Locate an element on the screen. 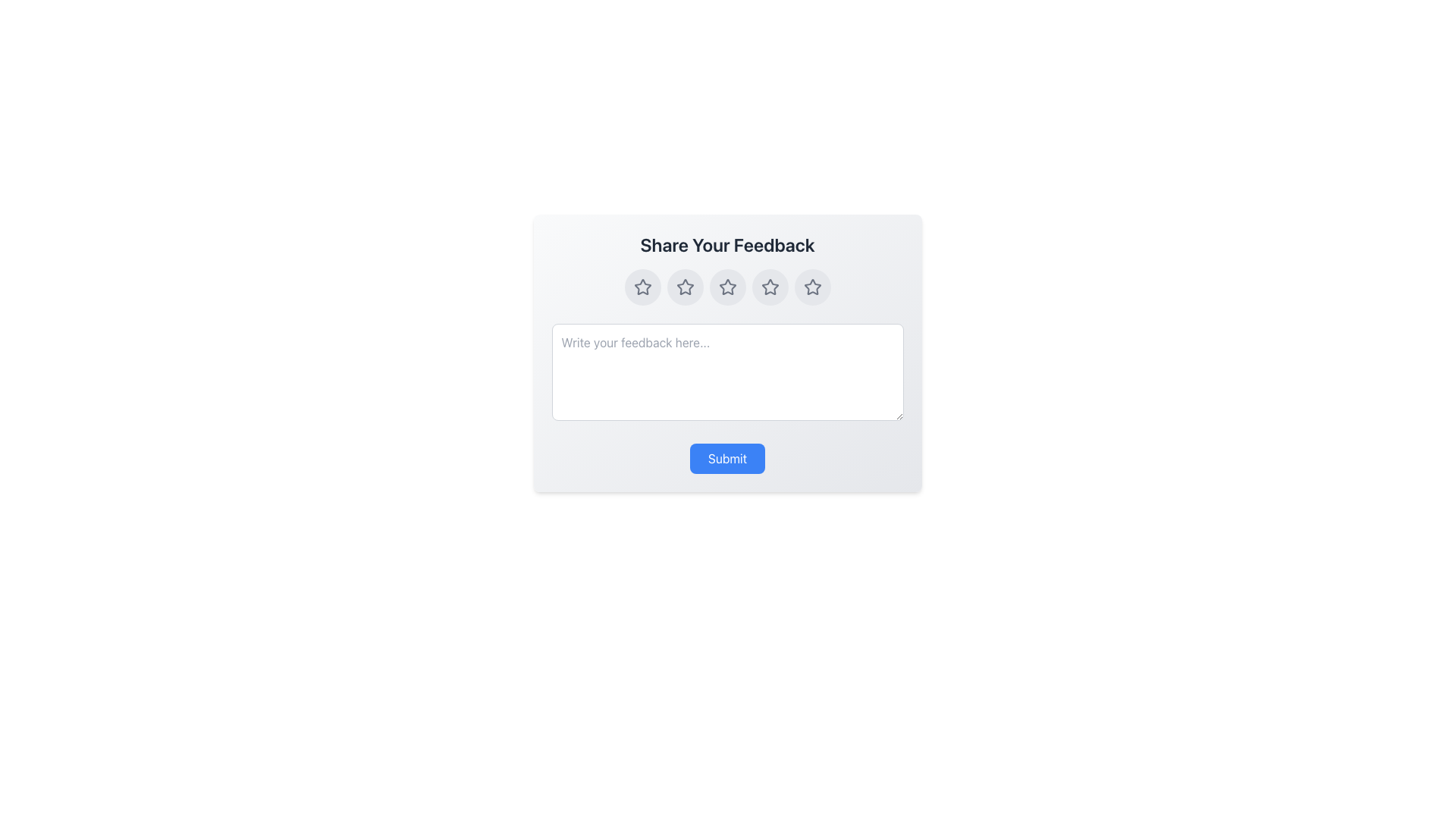 This screenshot has width=1456, height=819. the fourth star icon from the left in the horizontal arrangement of five stars at the top center of the feedback panel for detailed selection is located at coordinates (770, 287).